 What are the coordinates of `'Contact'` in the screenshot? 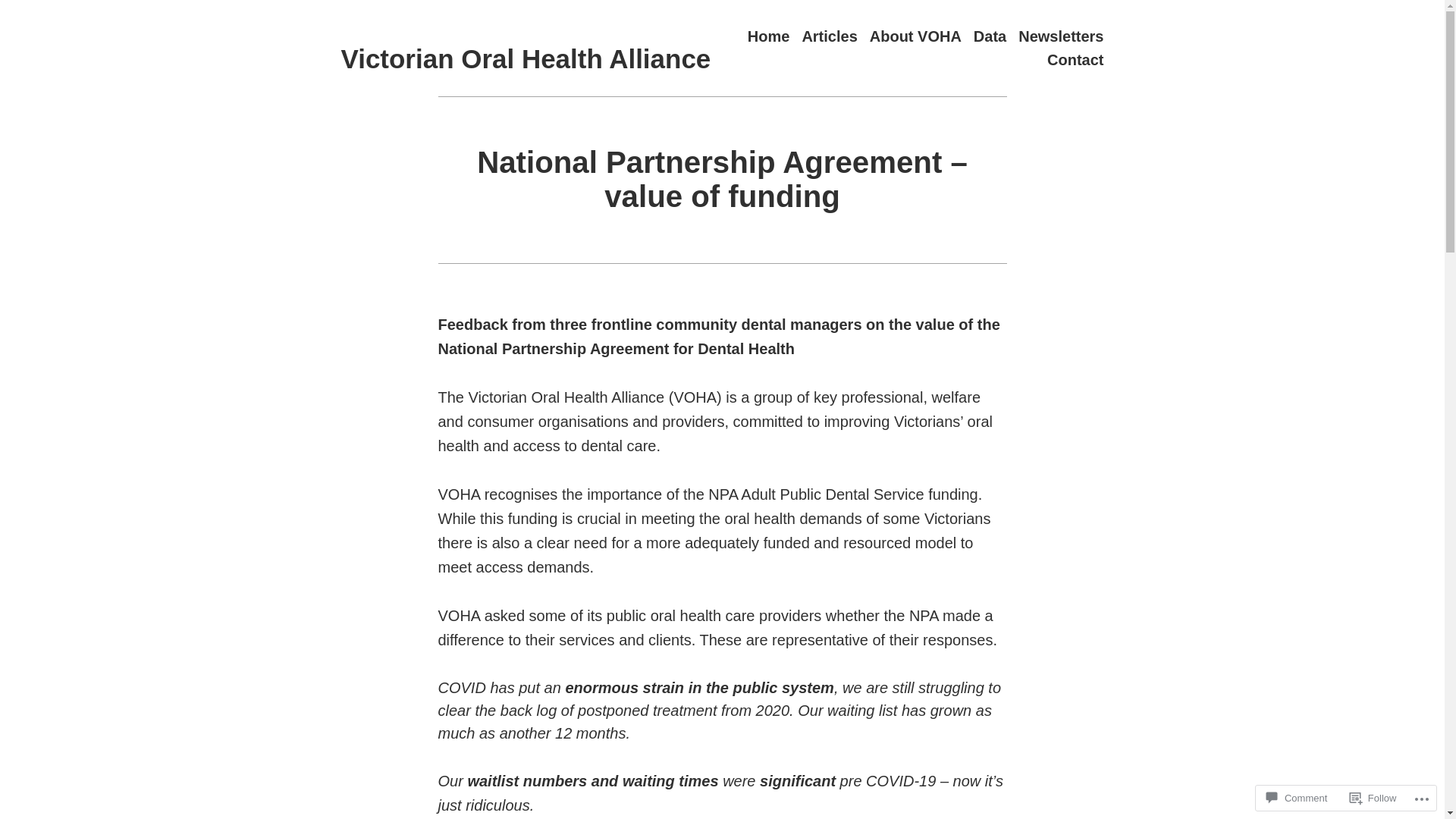 It's located at (1074, 59).